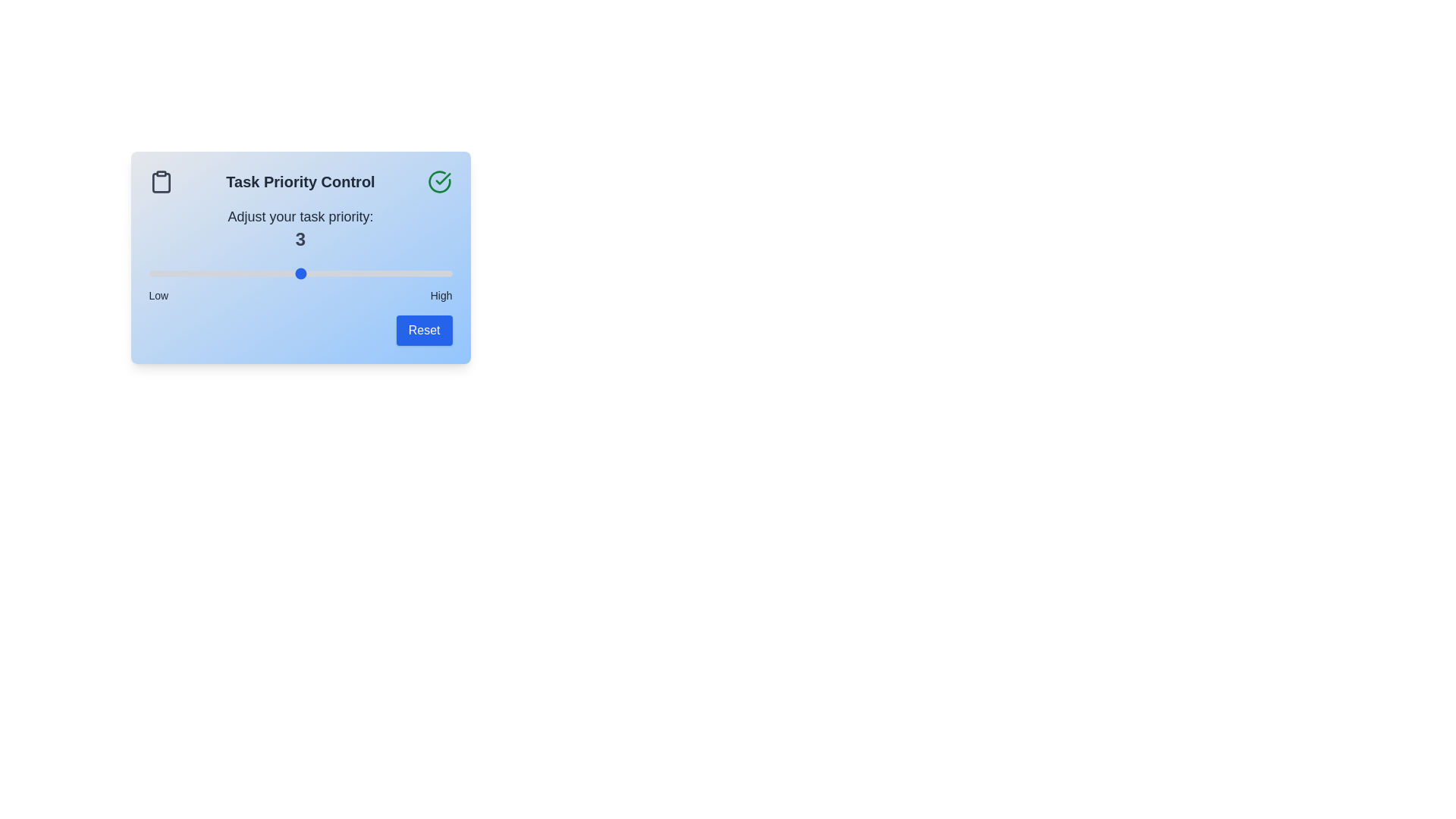 This screenshot has width=1456, height=819. I want to click on the priority slider to 4 within the range of 1 to 5, so click(376, 274).